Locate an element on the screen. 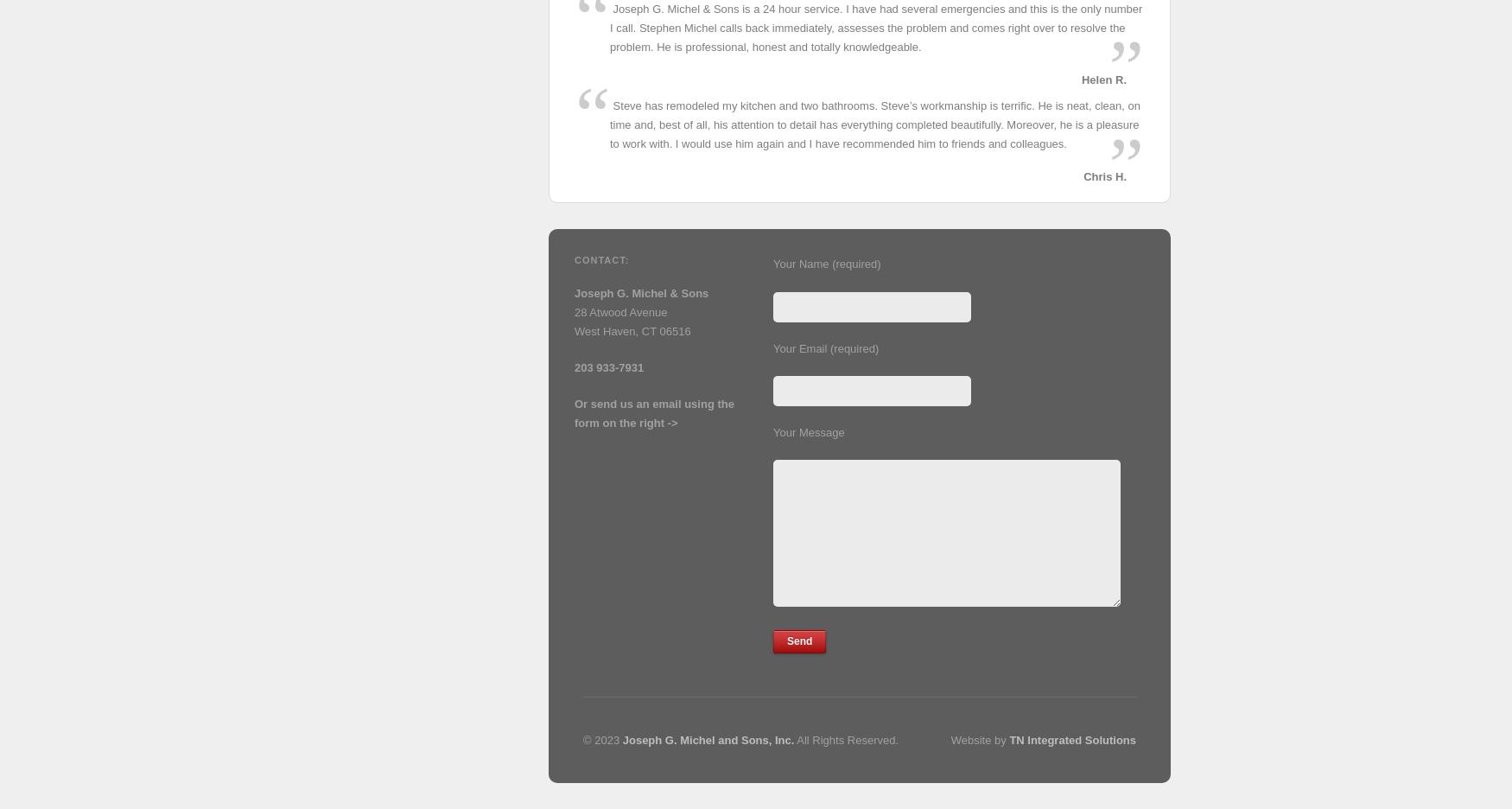 The width and height of the screenshot is (1512, 809). 'Your Name (required)' is located at coordinates (772, 264).